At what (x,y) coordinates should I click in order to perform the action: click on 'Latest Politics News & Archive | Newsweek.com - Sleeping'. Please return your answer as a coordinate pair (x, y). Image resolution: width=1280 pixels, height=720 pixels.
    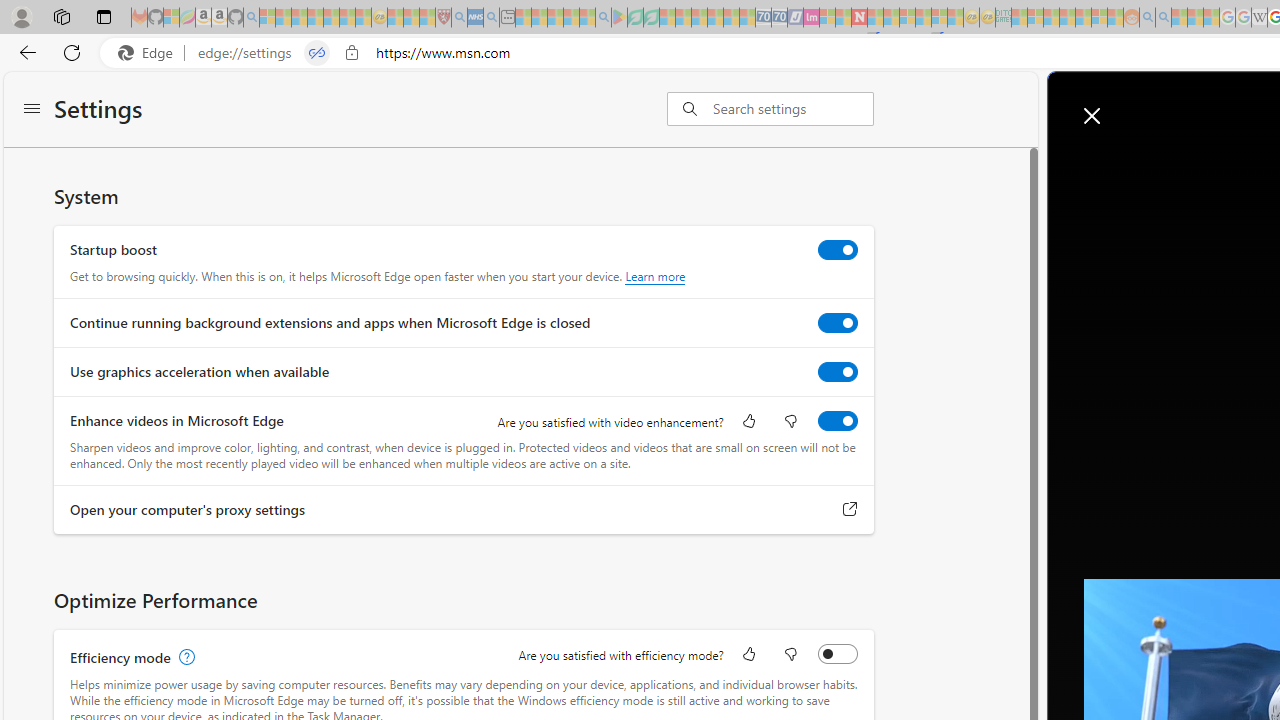
    Looking at the image, I should click on (859, 17).